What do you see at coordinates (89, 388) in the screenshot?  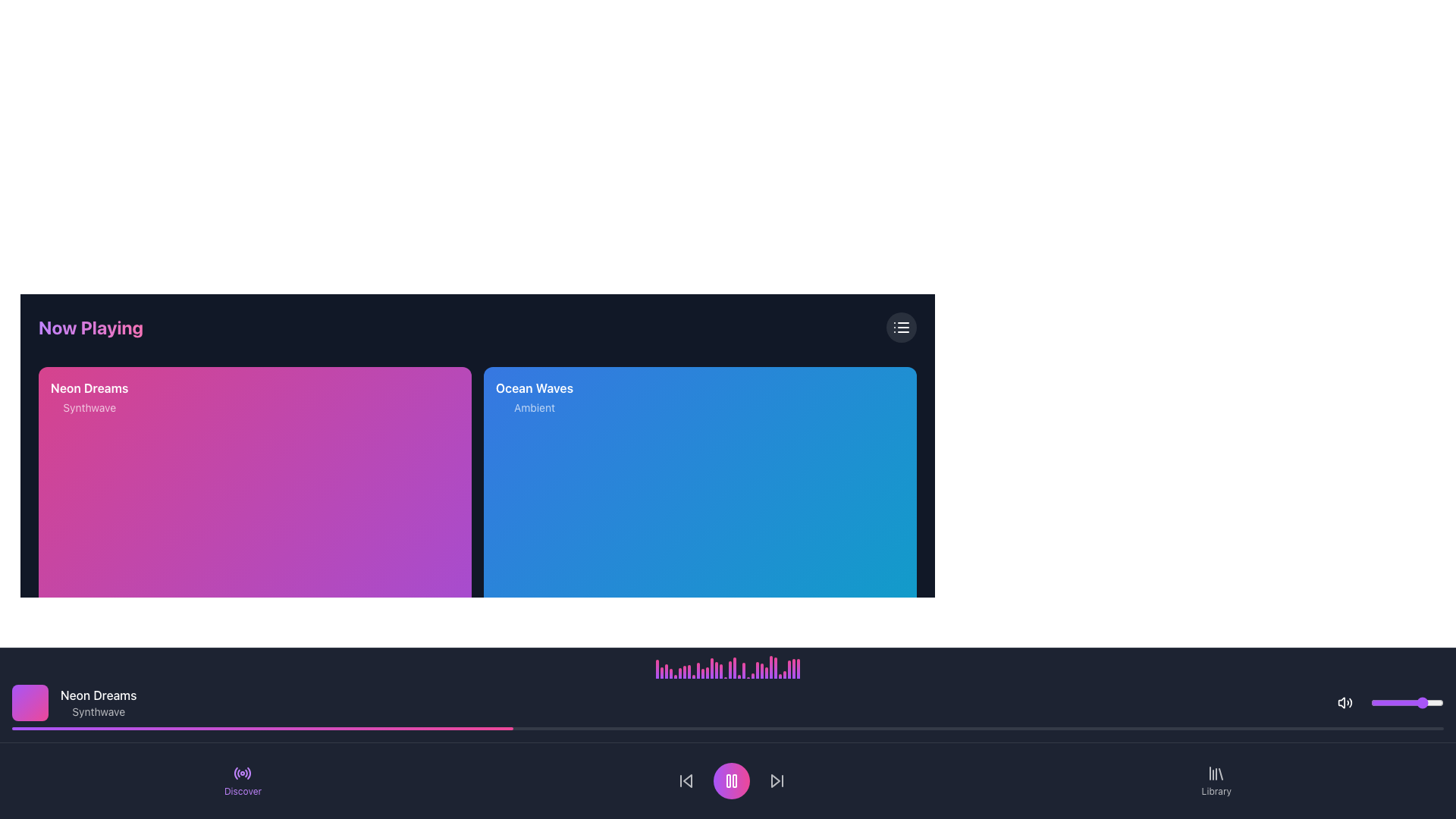 I see `text content of the bold 'Neon Dreams' label located in the upper-left corner of the card layout` at bounding box center [89, 388].